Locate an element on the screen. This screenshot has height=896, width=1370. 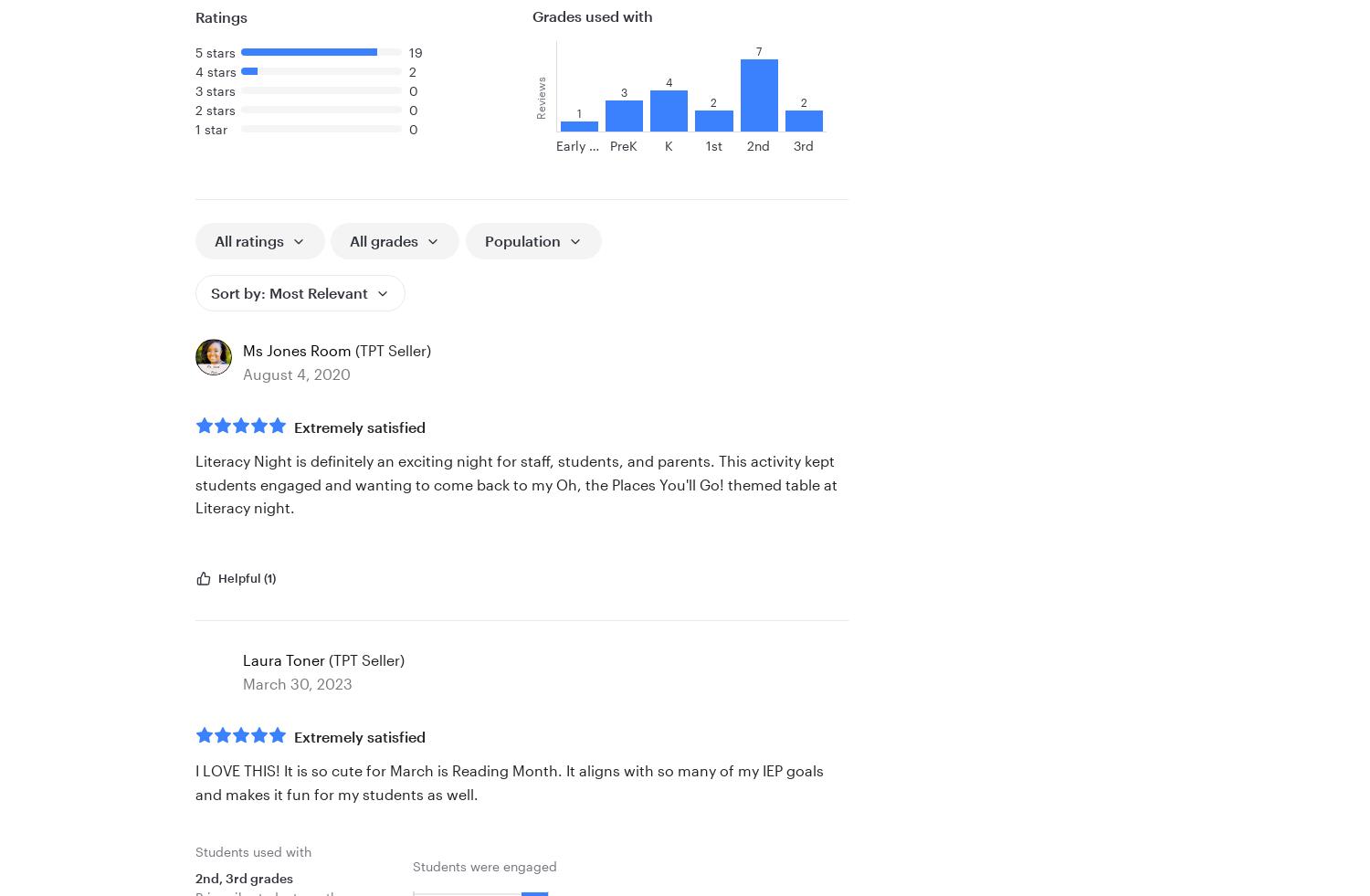
'Helpful (1)' is located at coordinates (247, 578).